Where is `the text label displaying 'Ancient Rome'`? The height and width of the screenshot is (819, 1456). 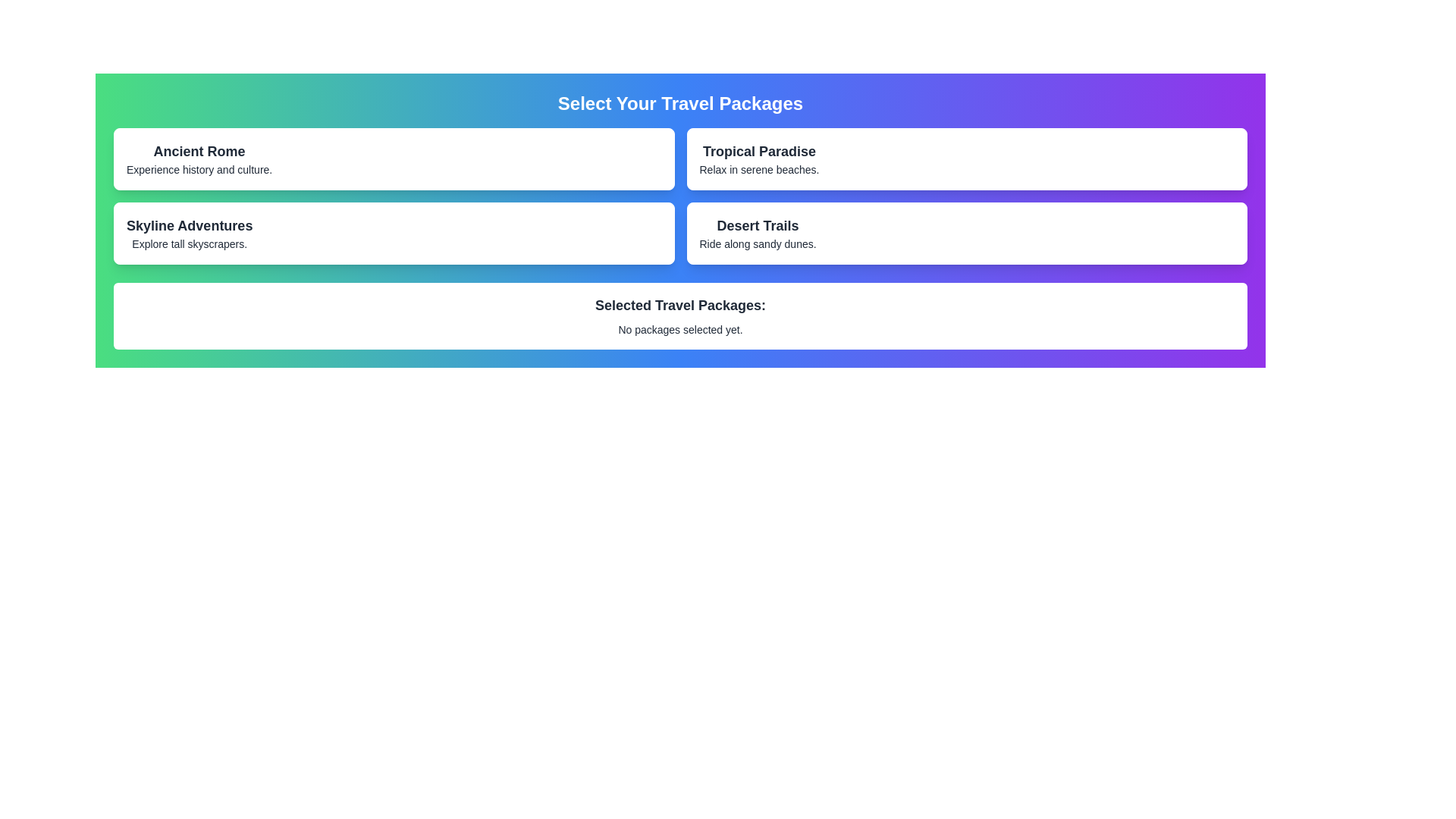 the text label displaying 'Ancient Rome' is located at coordinates (199, 152).